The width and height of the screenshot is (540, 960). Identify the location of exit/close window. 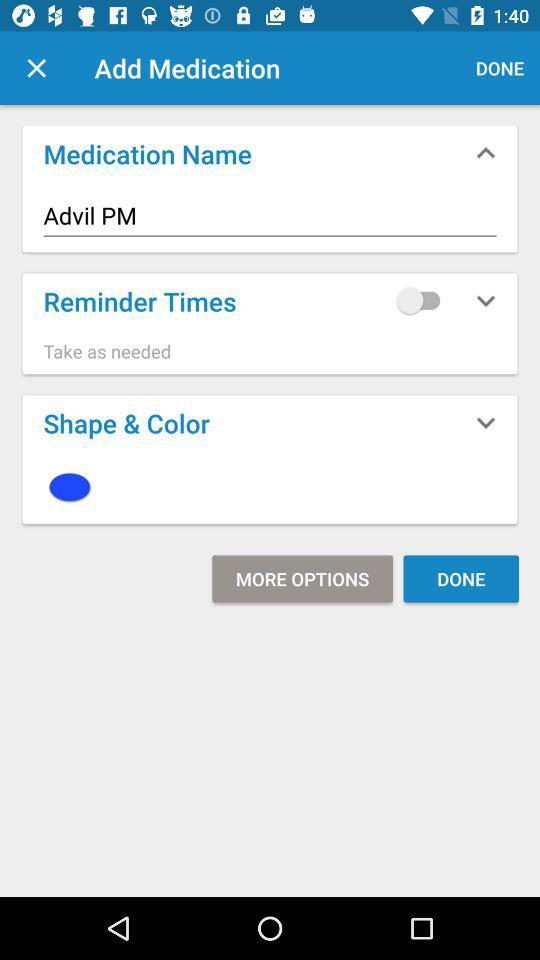
(36, 68).